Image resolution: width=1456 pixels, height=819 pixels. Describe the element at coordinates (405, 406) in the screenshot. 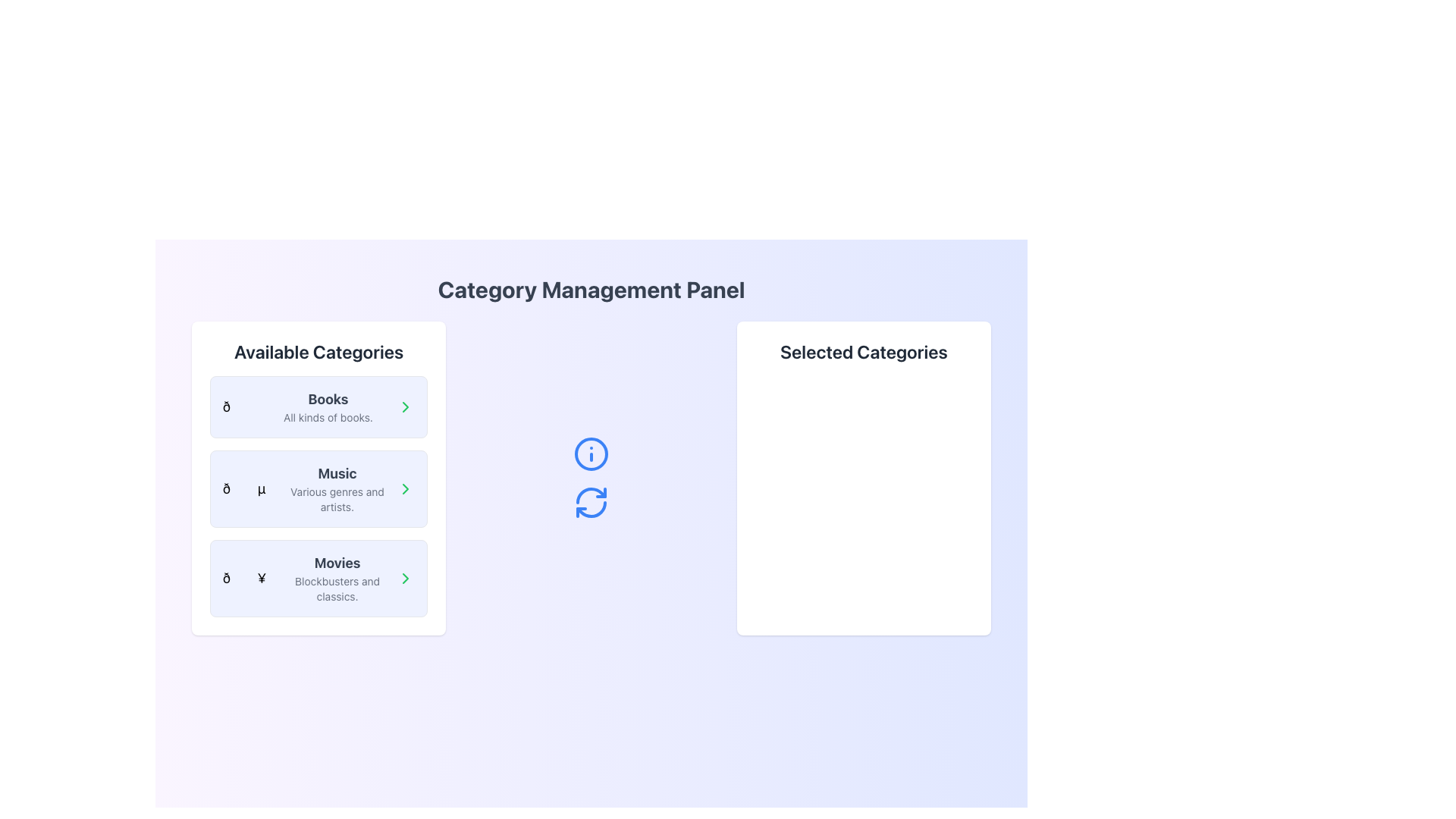

I see `the small green chevron-shaped icon located at the right edge of the 'Books' card in the 'Available Categories' section` at that location.